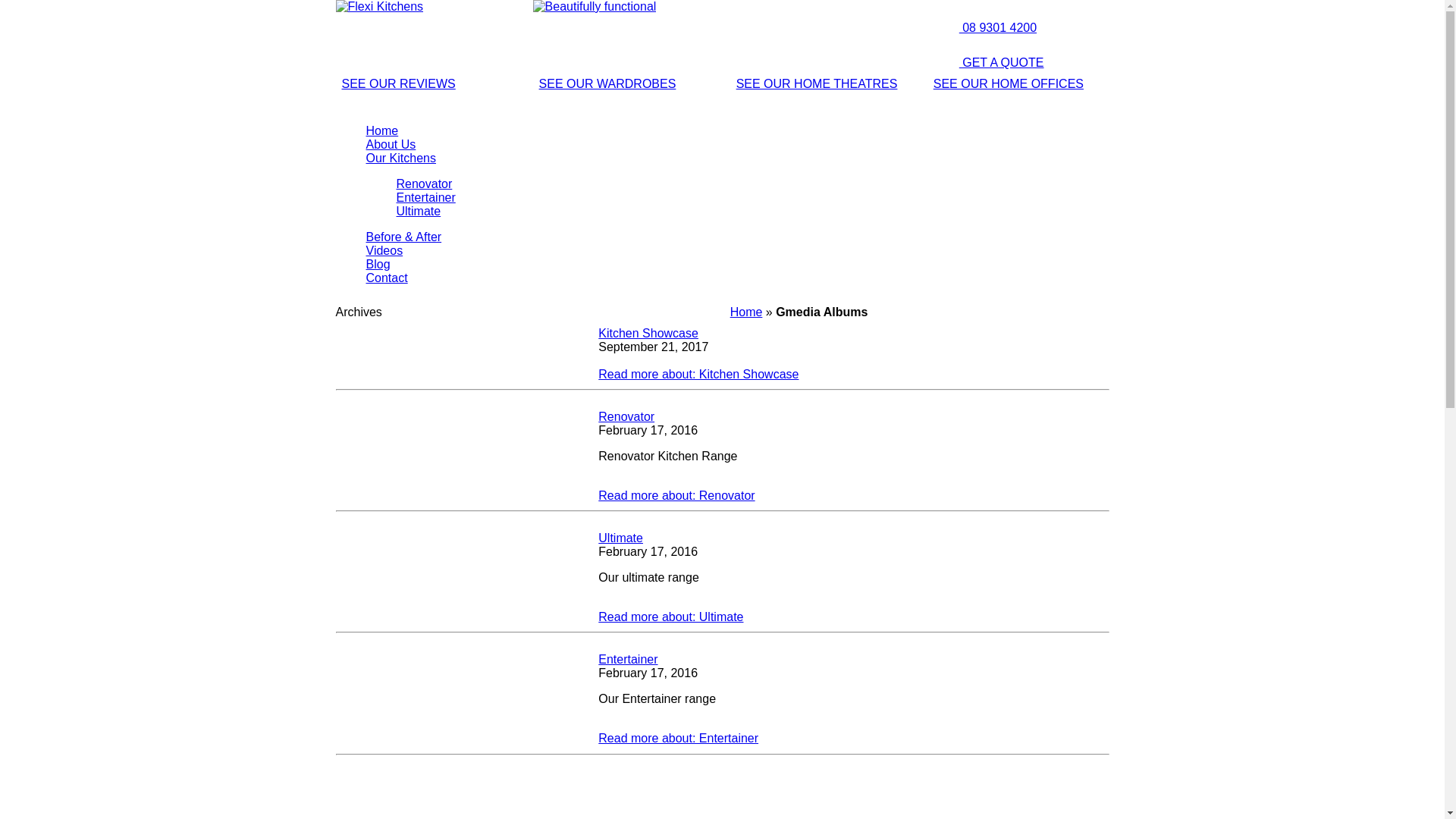 This screenshot has height=819, width=1456. Describe the element at coordinates (816, 83) in the screenshot. I see `'SEE OUR HOME THEATRES'` at that location.